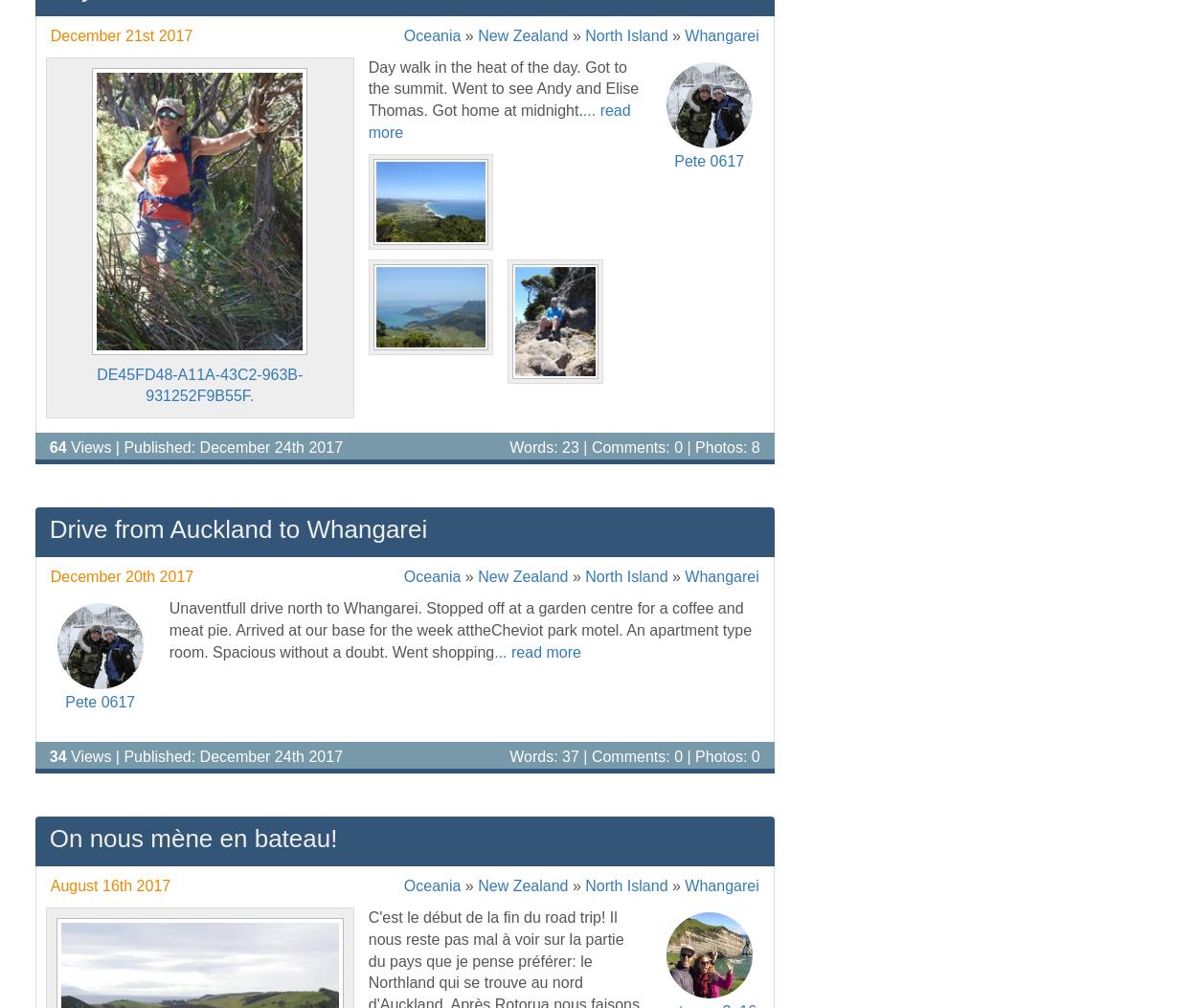  I want to click on 'Drive from Auckland to Whangarei', so click(237, 528).